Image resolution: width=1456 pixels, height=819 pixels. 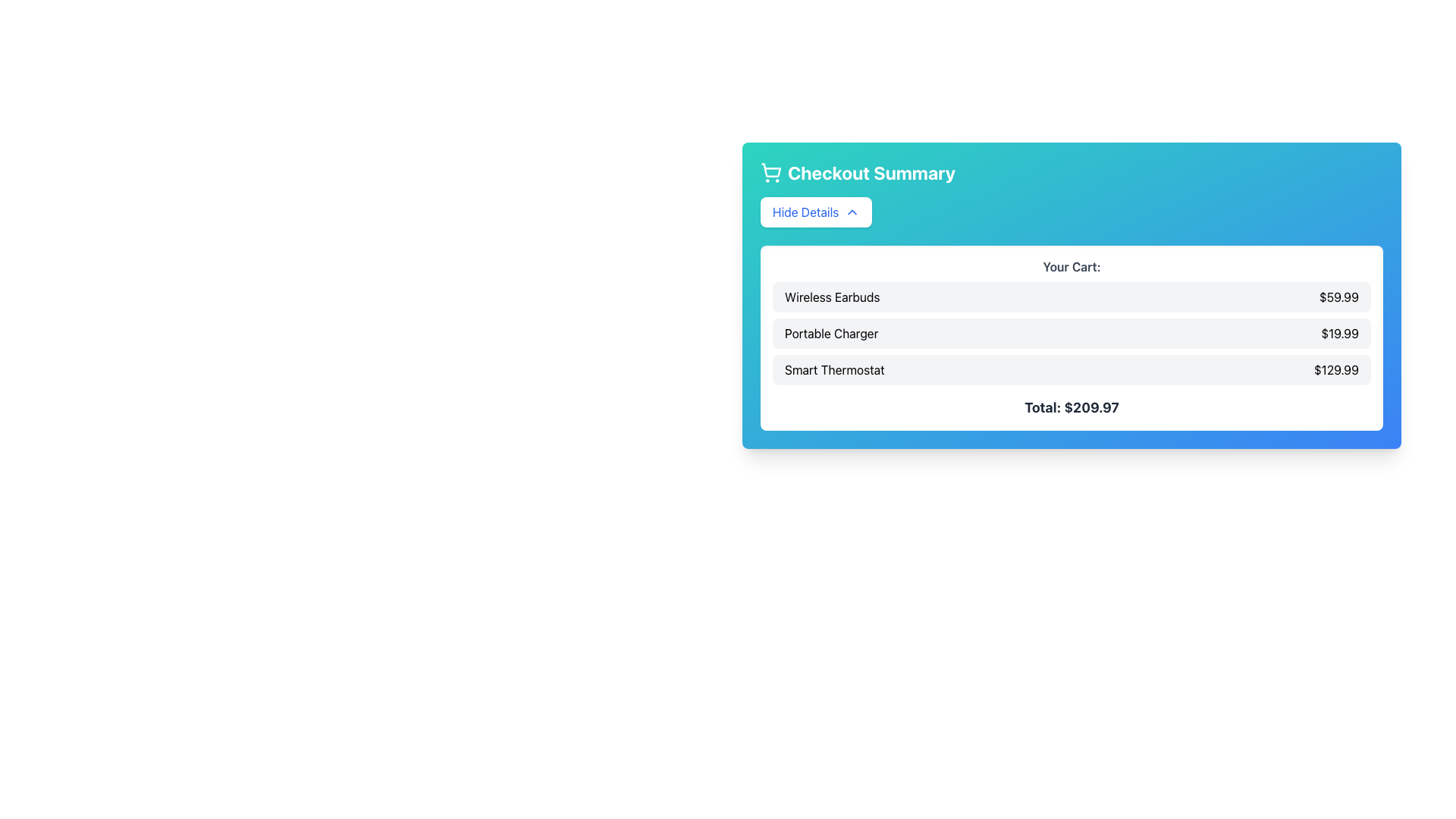 What do you see at coordinates (1339, 297) in the screenshot?
I see `the static text displaying the price '$59.99' located in the rightmost section of the checkout list, adjacent to 'Wireless Earbuds'` at bounding box center [1339, 297].